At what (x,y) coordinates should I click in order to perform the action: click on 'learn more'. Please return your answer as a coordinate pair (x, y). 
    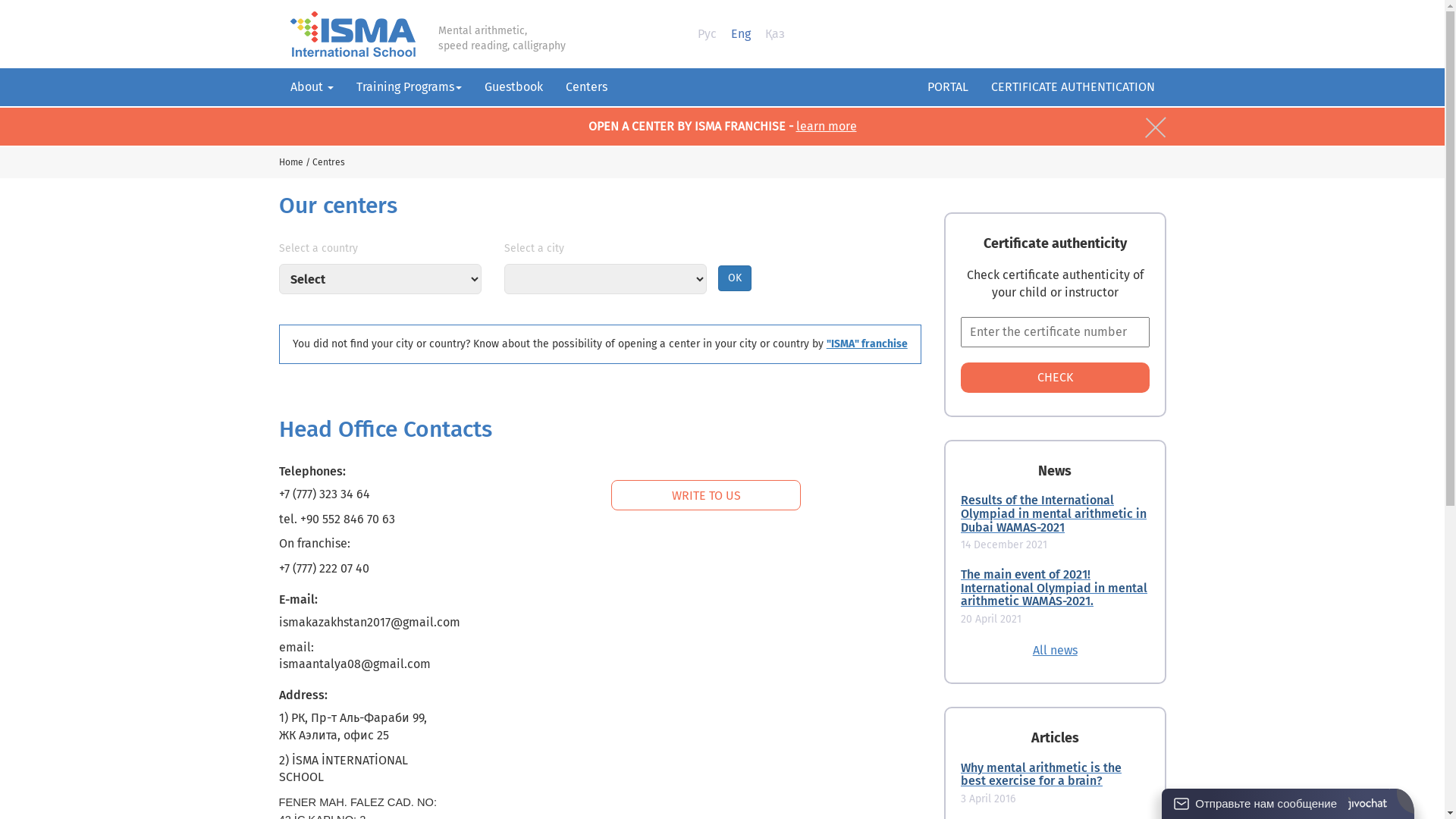
    Looking at the image, I should click on (825, 125).